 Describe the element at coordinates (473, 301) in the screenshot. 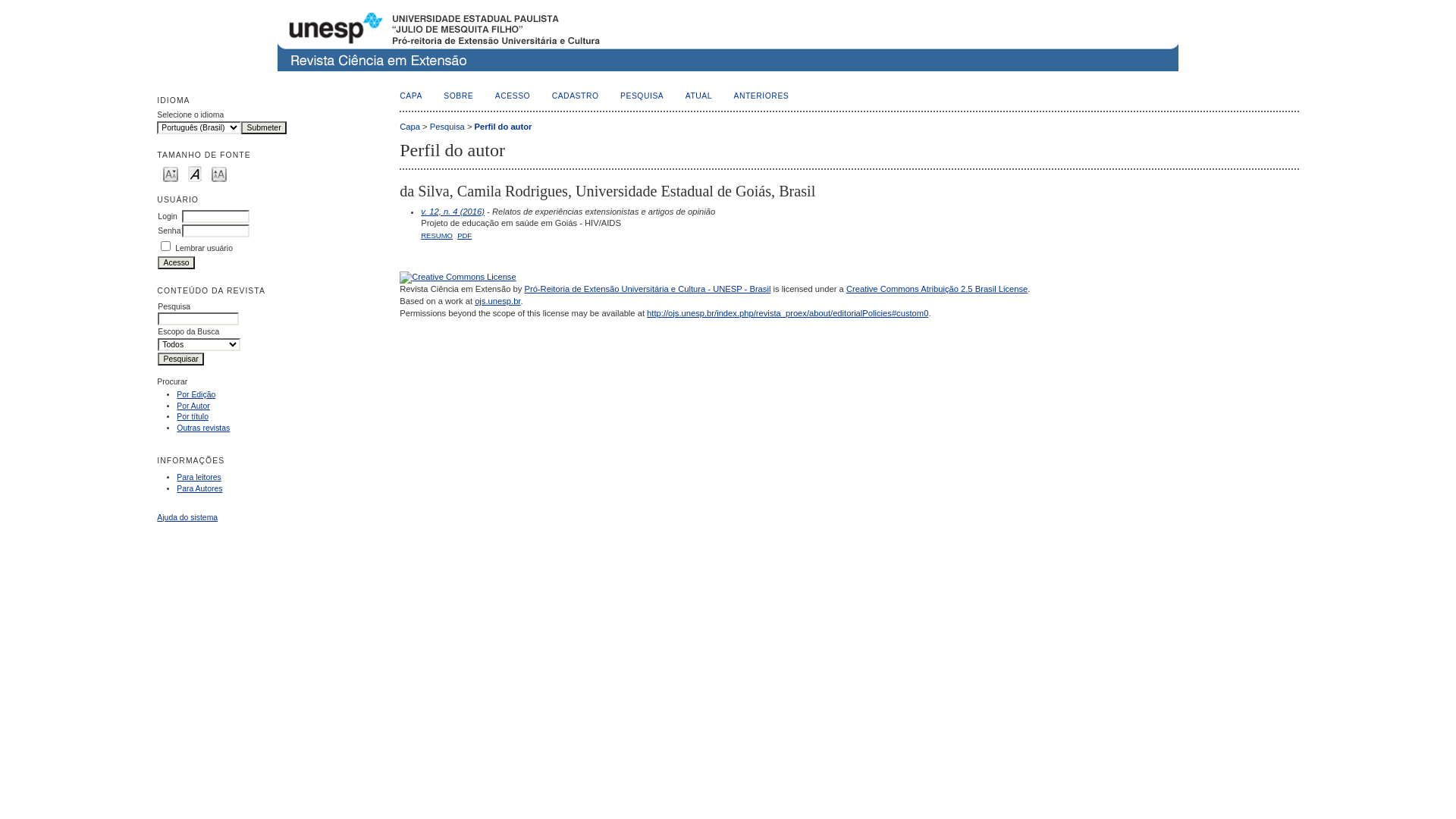

I see `'ojs.unesp.br'` at that location.